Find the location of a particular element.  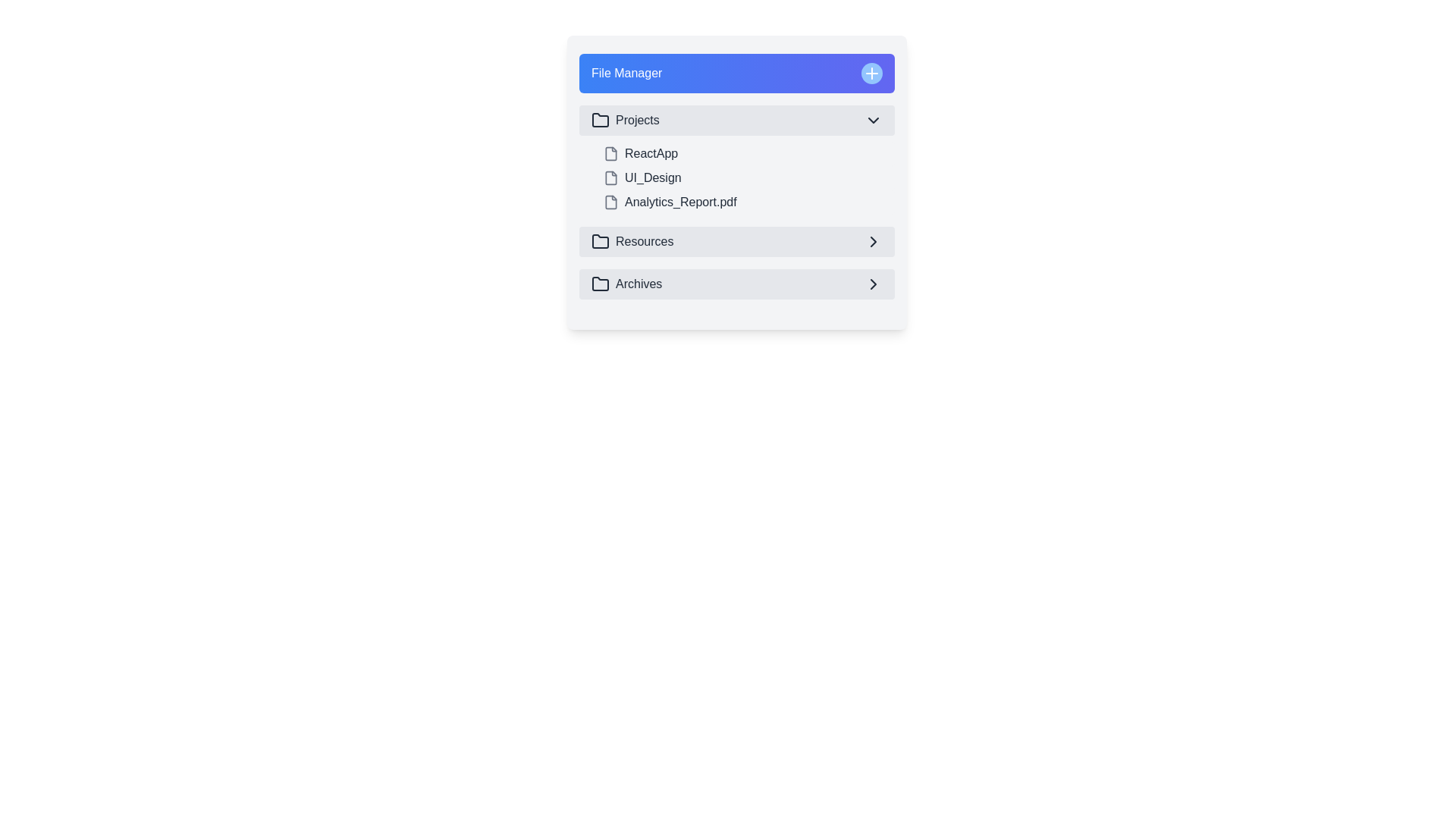

the folder icon that represents 'Resources' located in the vertical list under 'File Manager', positioned between 'Projects' and 'Archives' is located at coordinates (600, 240).